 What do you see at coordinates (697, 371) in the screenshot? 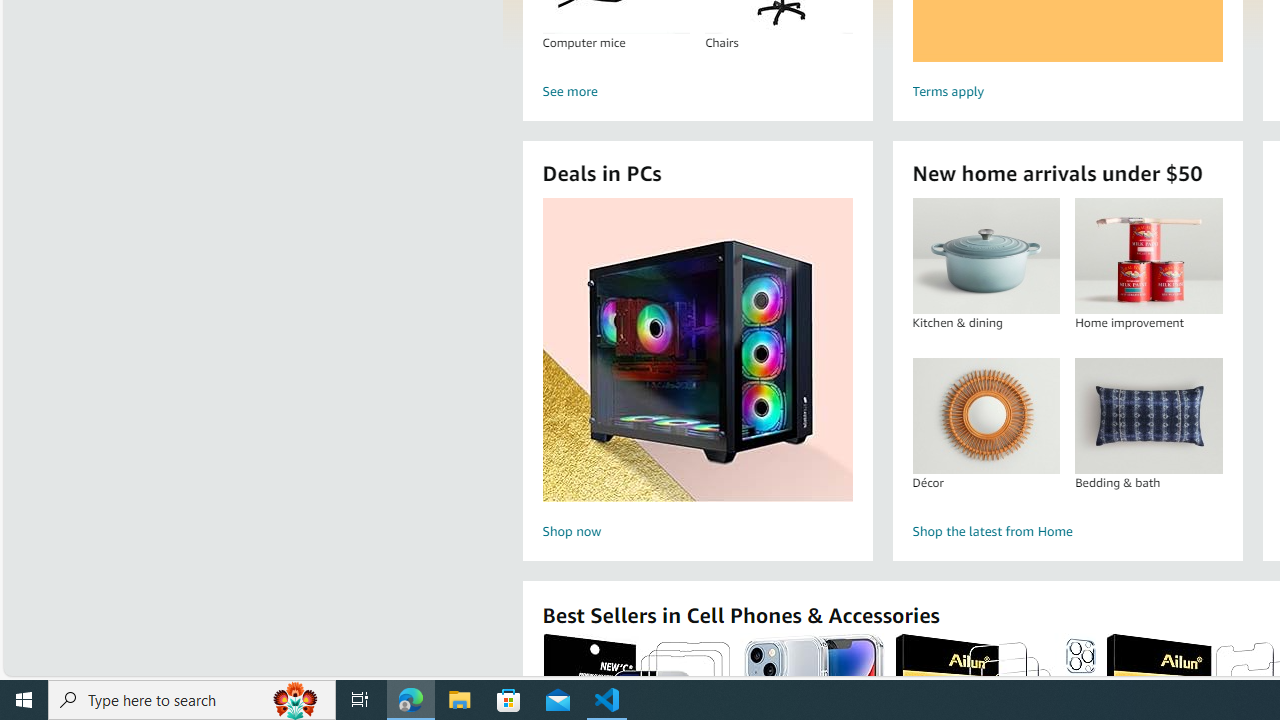
I see `'Deals in PCs Shop now'` at bounding box center [697, 371].